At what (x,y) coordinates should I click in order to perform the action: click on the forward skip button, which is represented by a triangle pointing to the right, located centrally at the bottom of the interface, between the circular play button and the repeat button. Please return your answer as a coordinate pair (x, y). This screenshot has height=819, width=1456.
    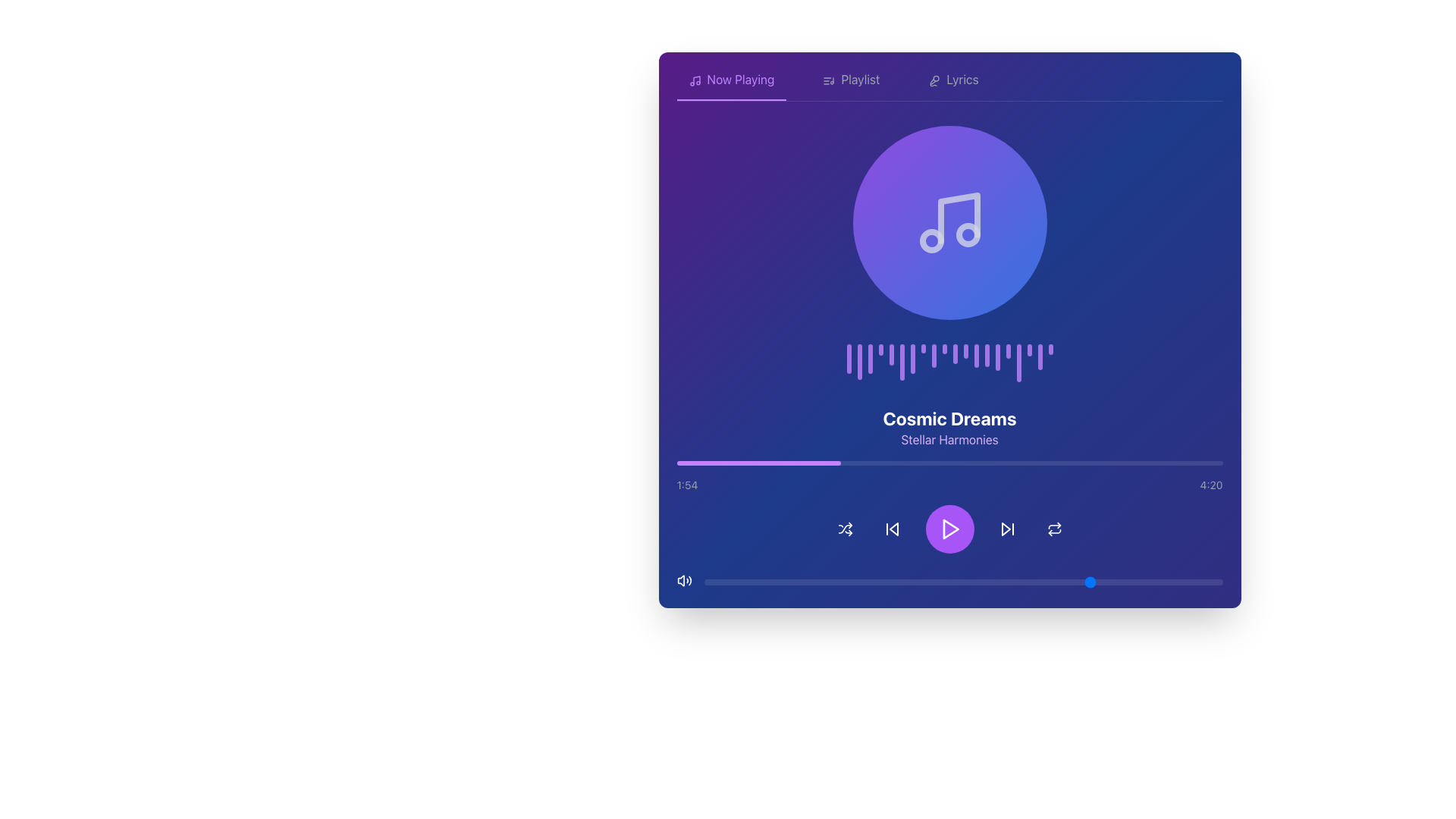
    Looking at the image, I should click on (1007, 529).